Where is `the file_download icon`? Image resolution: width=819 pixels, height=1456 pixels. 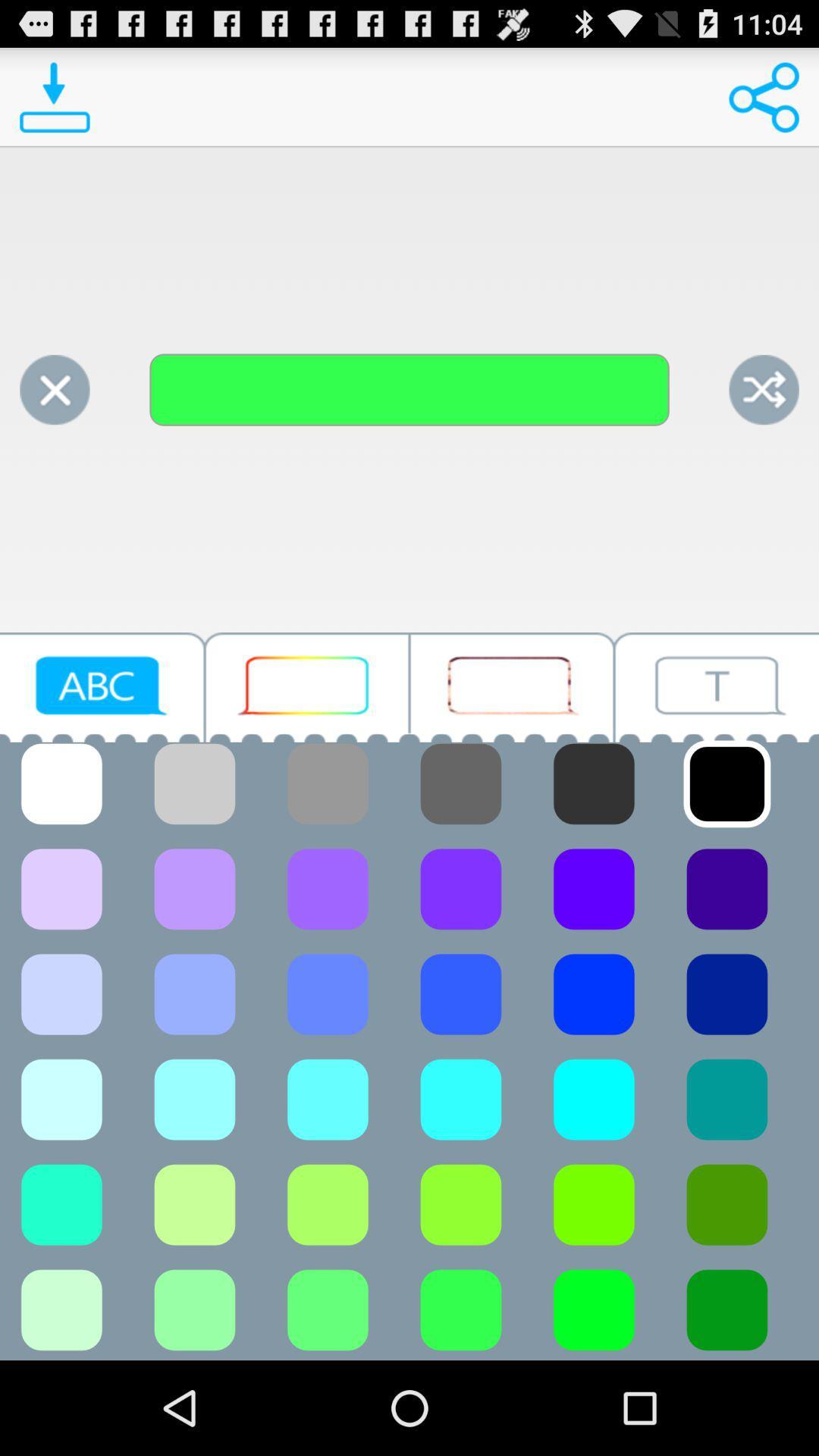
the file_download icon is located at coordinates (54, 103).